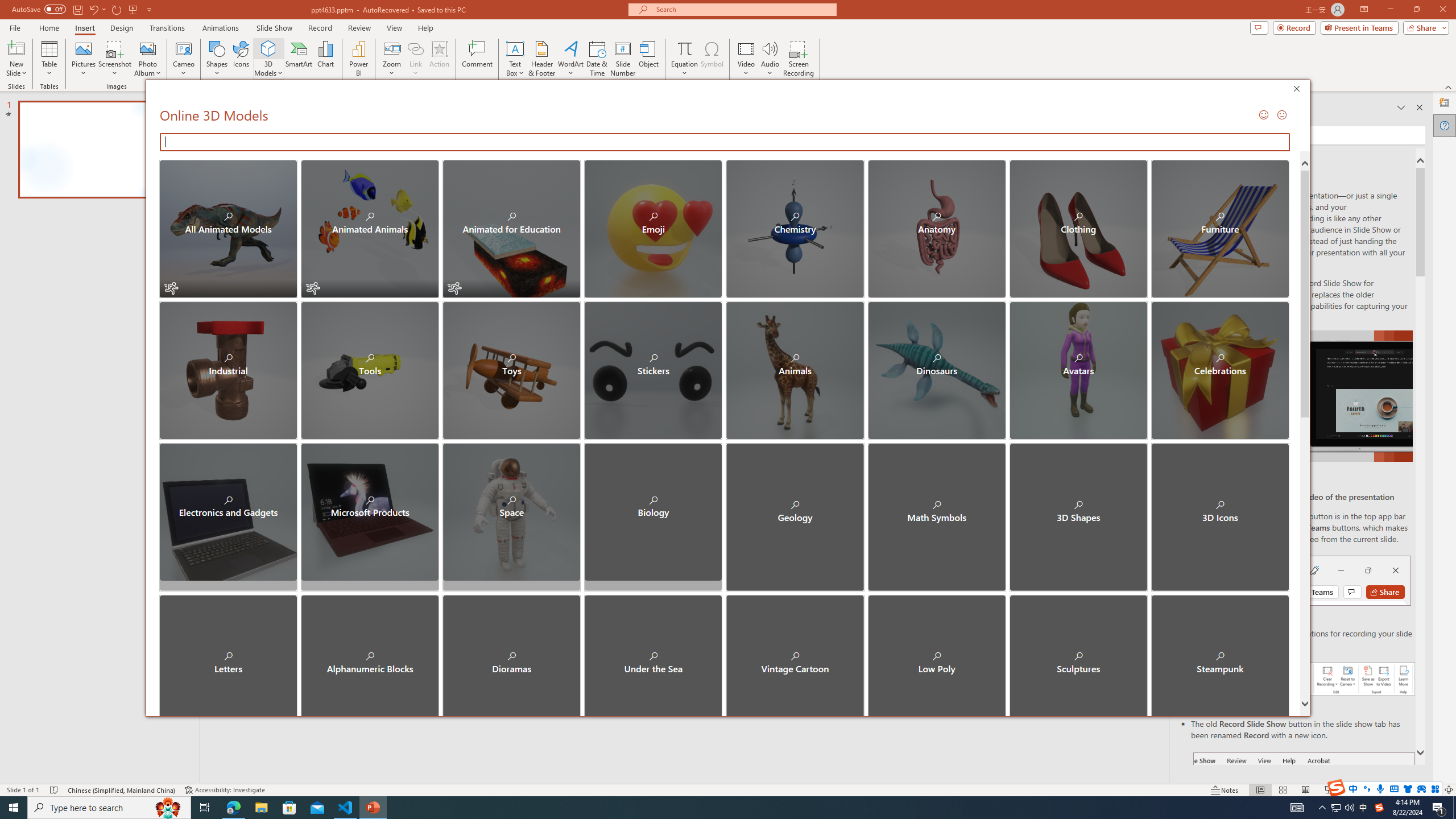  I want to click on 'Date & Time...', so click(596, 59).